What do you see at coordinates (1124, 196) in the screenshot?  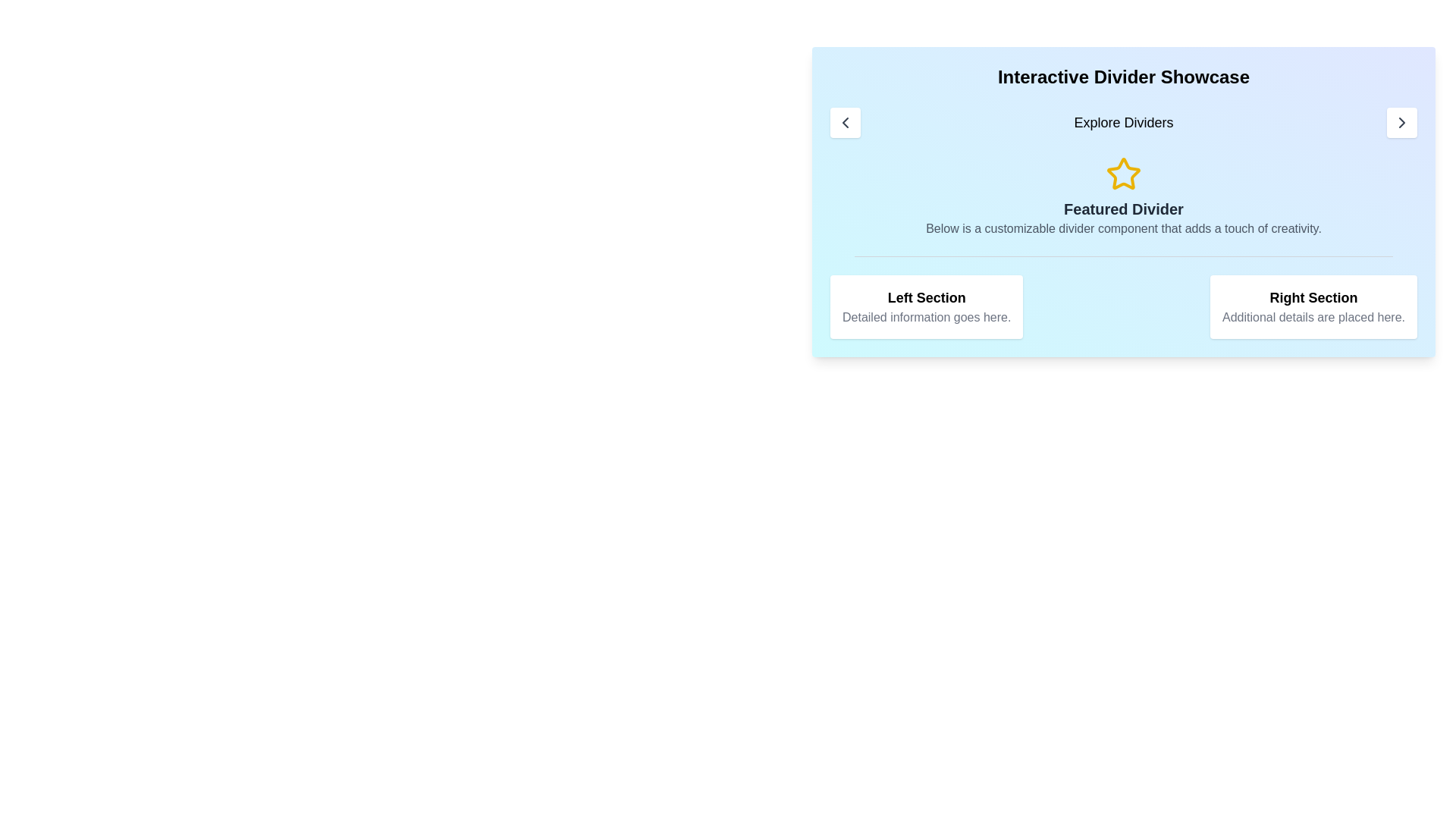 I see `information in the informational block titled 'Featured Divider' with a yellow star icon, located prominently in the center of the light blue panel` at bounding box center [1124, 196].